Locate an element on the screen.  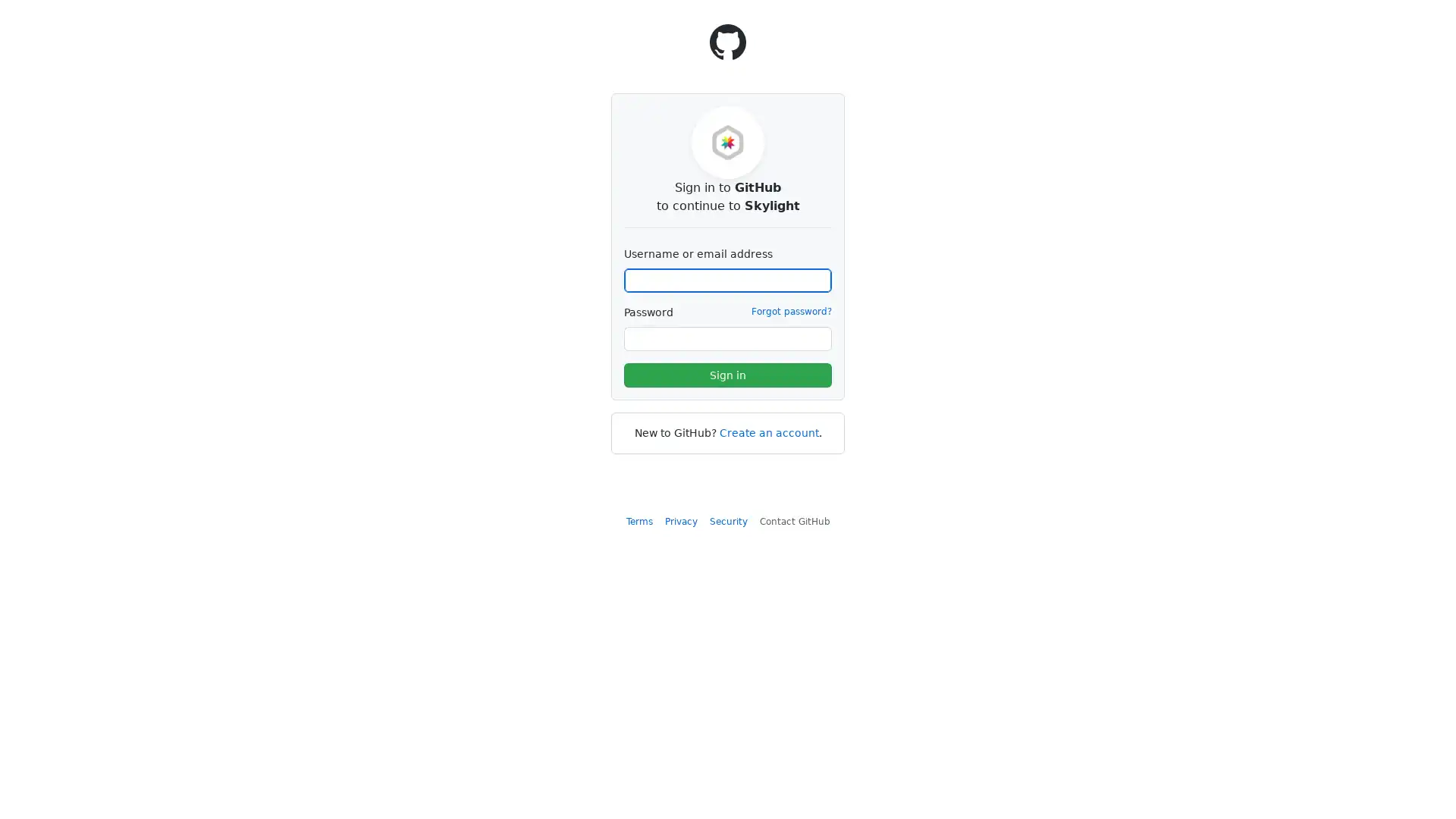
Sign in is located at coordinates (728, 375).